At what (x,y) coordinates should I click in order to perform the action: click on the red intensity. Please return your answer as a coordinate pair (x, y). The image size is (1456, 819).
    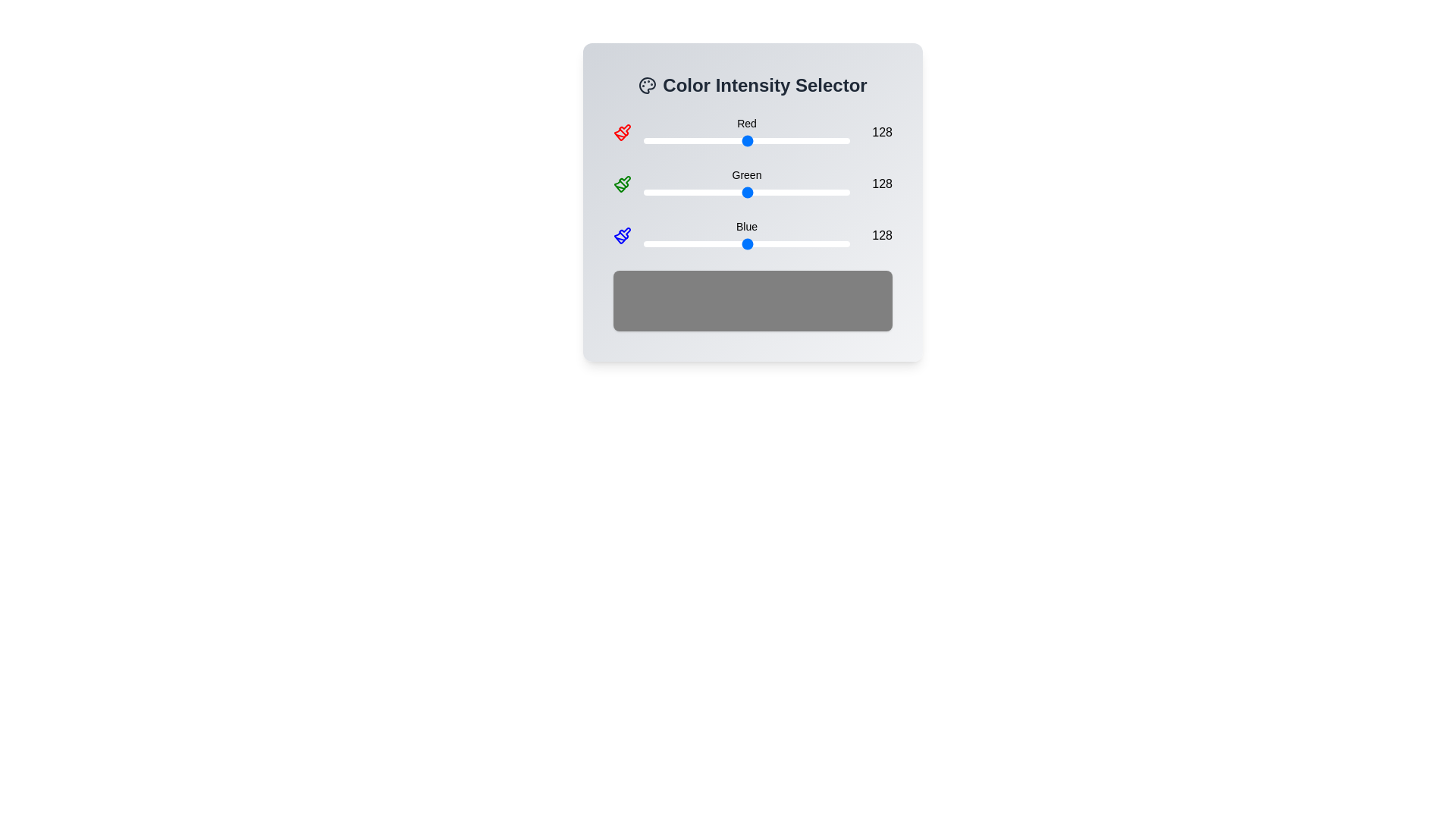
    Looking at the image, I should click on (664, 140).